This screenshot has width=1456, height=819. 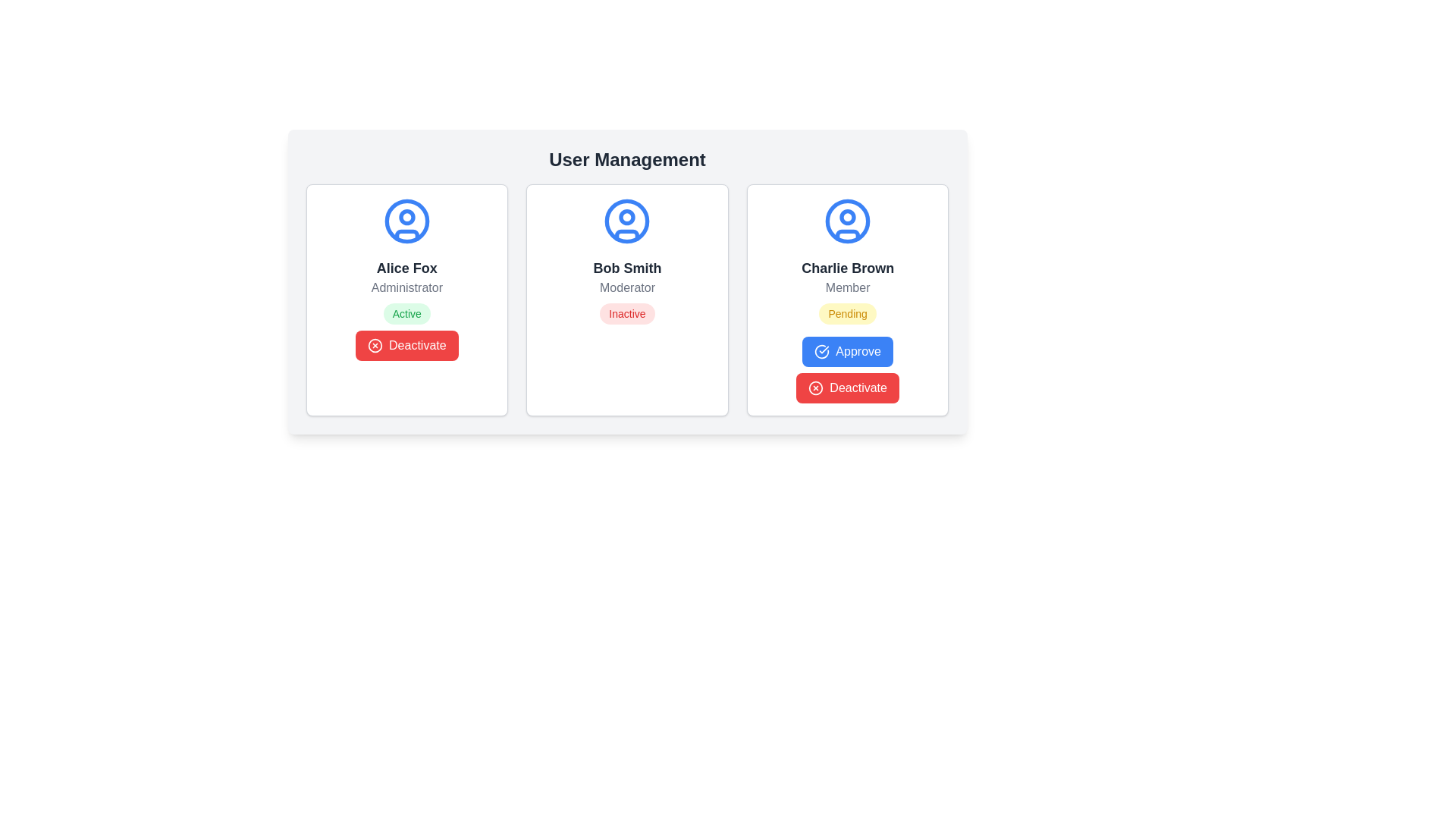 What do you see at coordinates (406, 235) in the screenshot?
I see `the bottom part of the user icon representing 'Alice Fox' by moving the cursor to its center` at bounding box center [406, 235].